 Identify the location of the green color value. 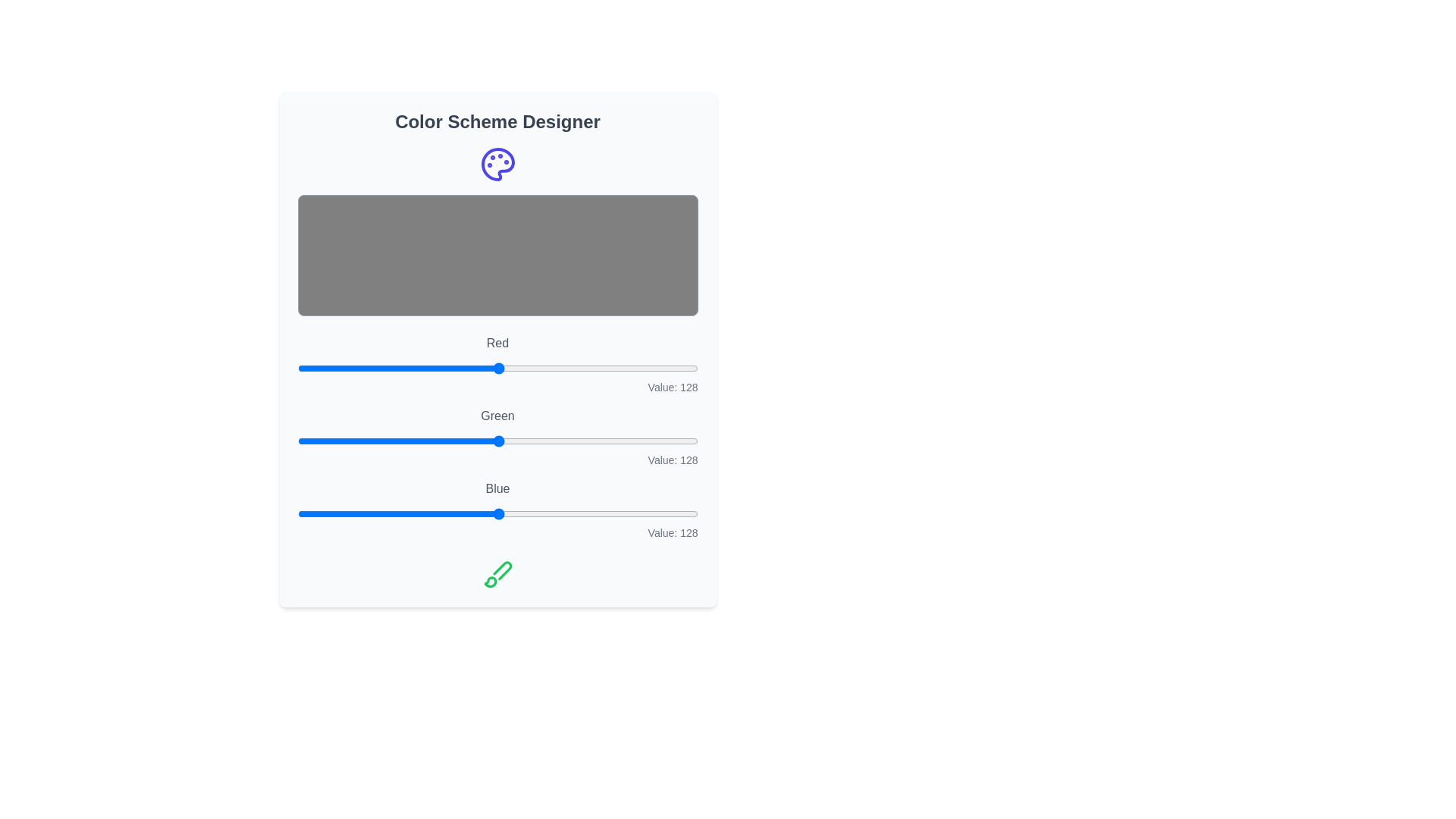
(601, 441).